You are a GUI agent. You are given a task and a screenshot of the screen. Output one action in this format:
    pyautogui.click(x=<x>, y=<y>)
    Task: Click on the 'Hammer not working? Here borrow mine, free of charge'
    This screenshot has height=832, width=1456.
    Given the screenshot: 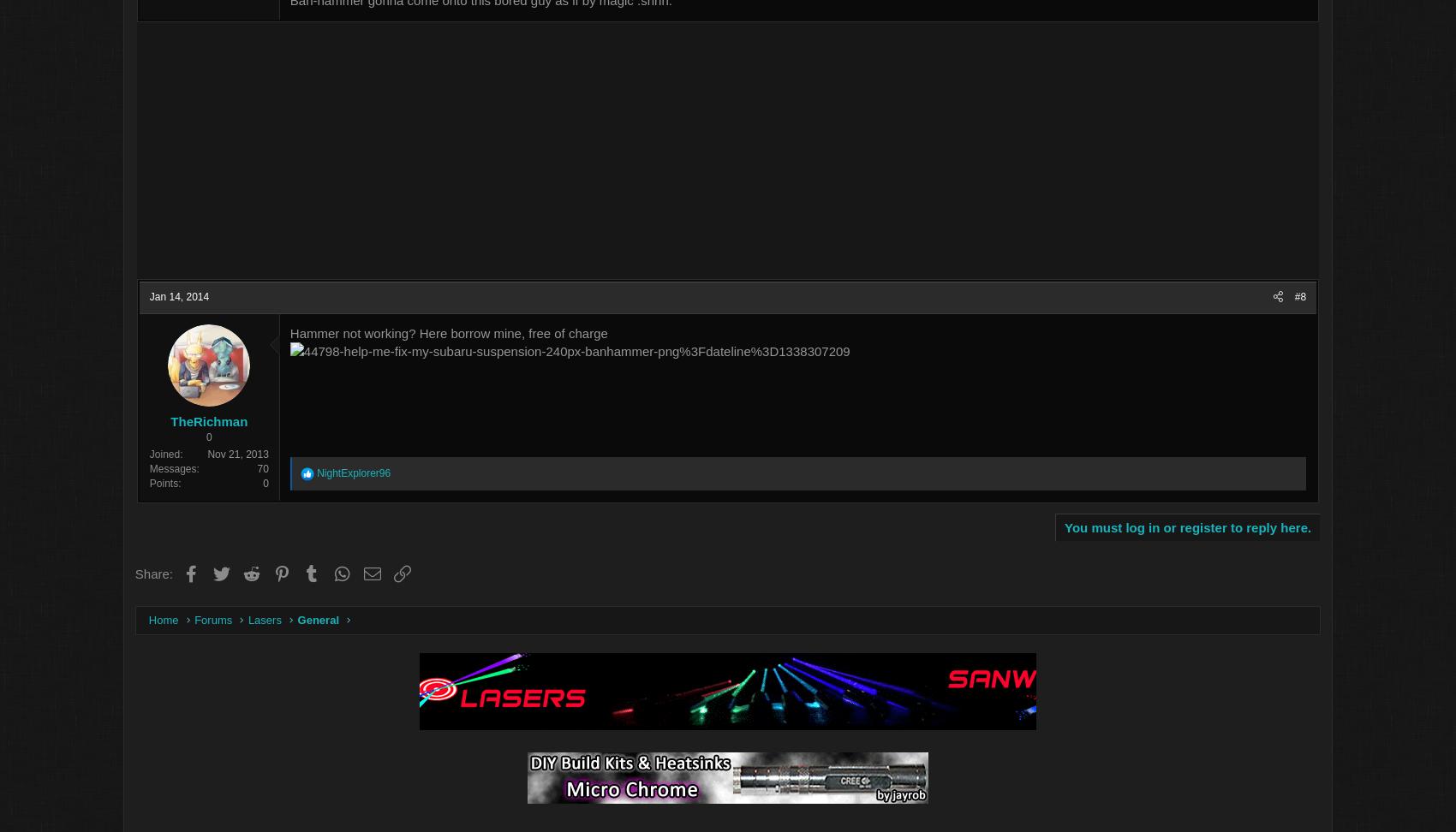 What is the action you would take?
    pyautogui.click(x=540, y=334)
    